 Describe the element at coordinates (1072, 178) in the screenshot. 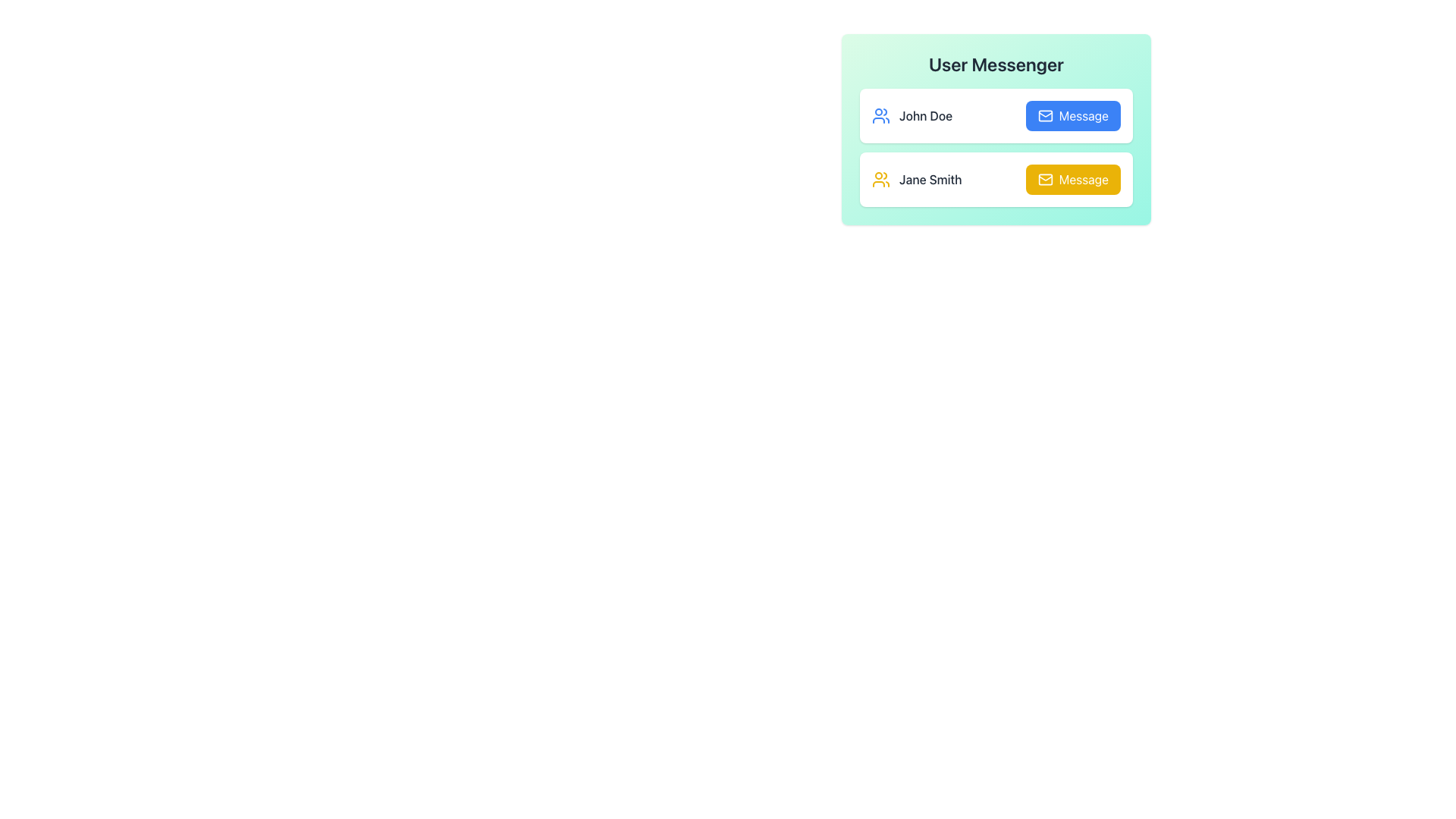

I see `the button located in the second row of the user card section to send a message to 'Jane Smith'` at that location.